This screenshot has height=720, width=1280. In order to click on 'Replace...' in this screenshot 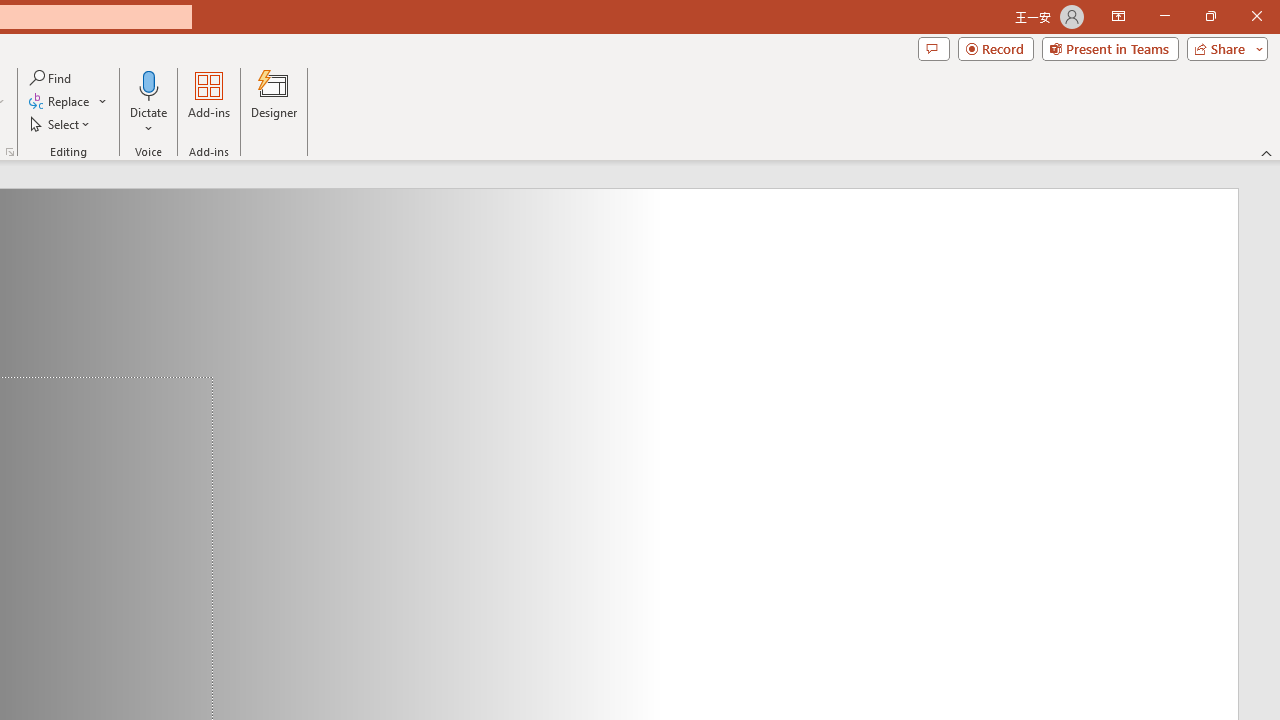, I will do `click(60, 101)`.